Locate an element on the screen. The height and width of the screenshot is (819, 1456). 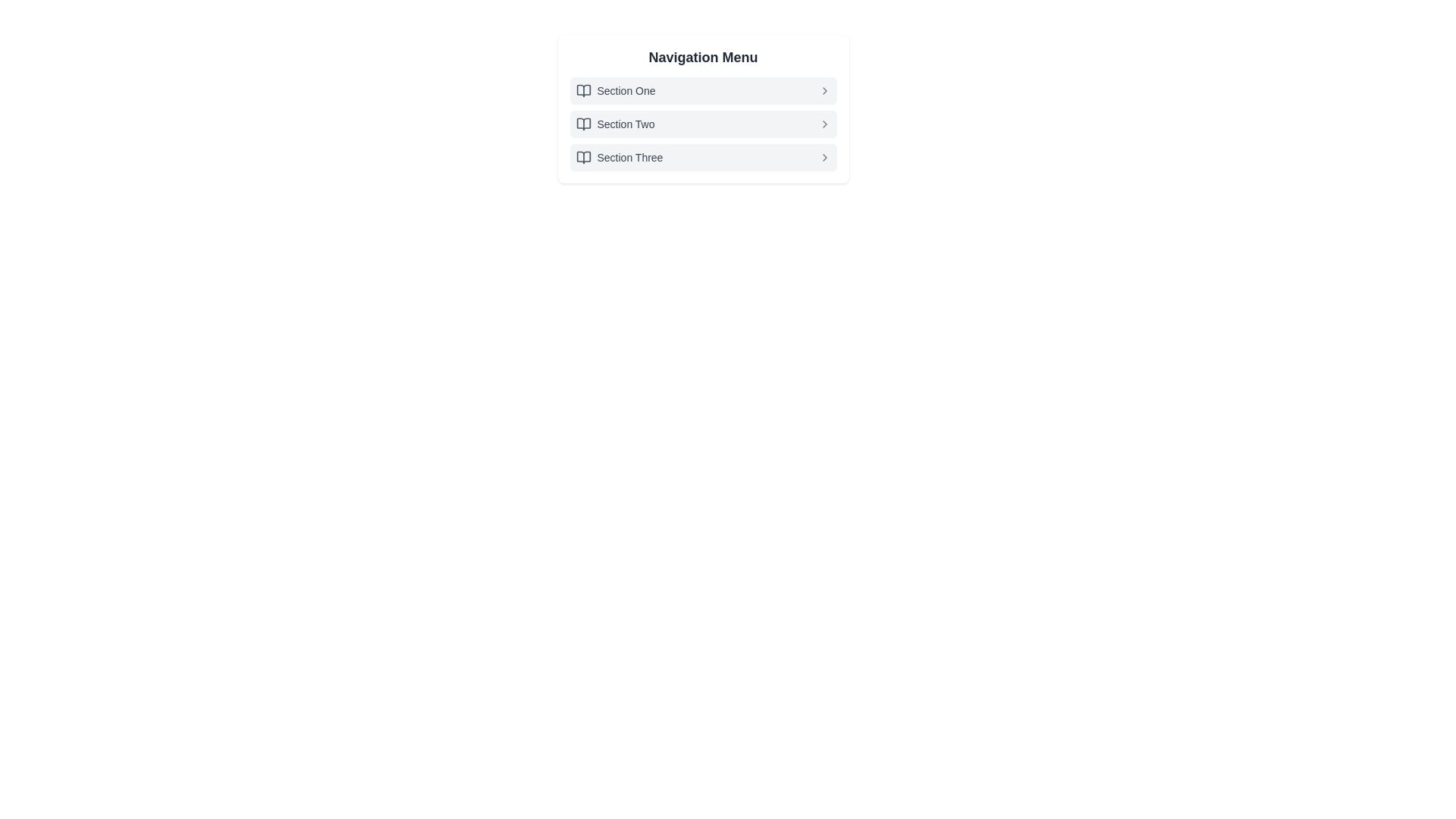
the hyperlink in the 'Navigation Menu' that navigates to 'Section Three' is located at coordinates (629, 158).